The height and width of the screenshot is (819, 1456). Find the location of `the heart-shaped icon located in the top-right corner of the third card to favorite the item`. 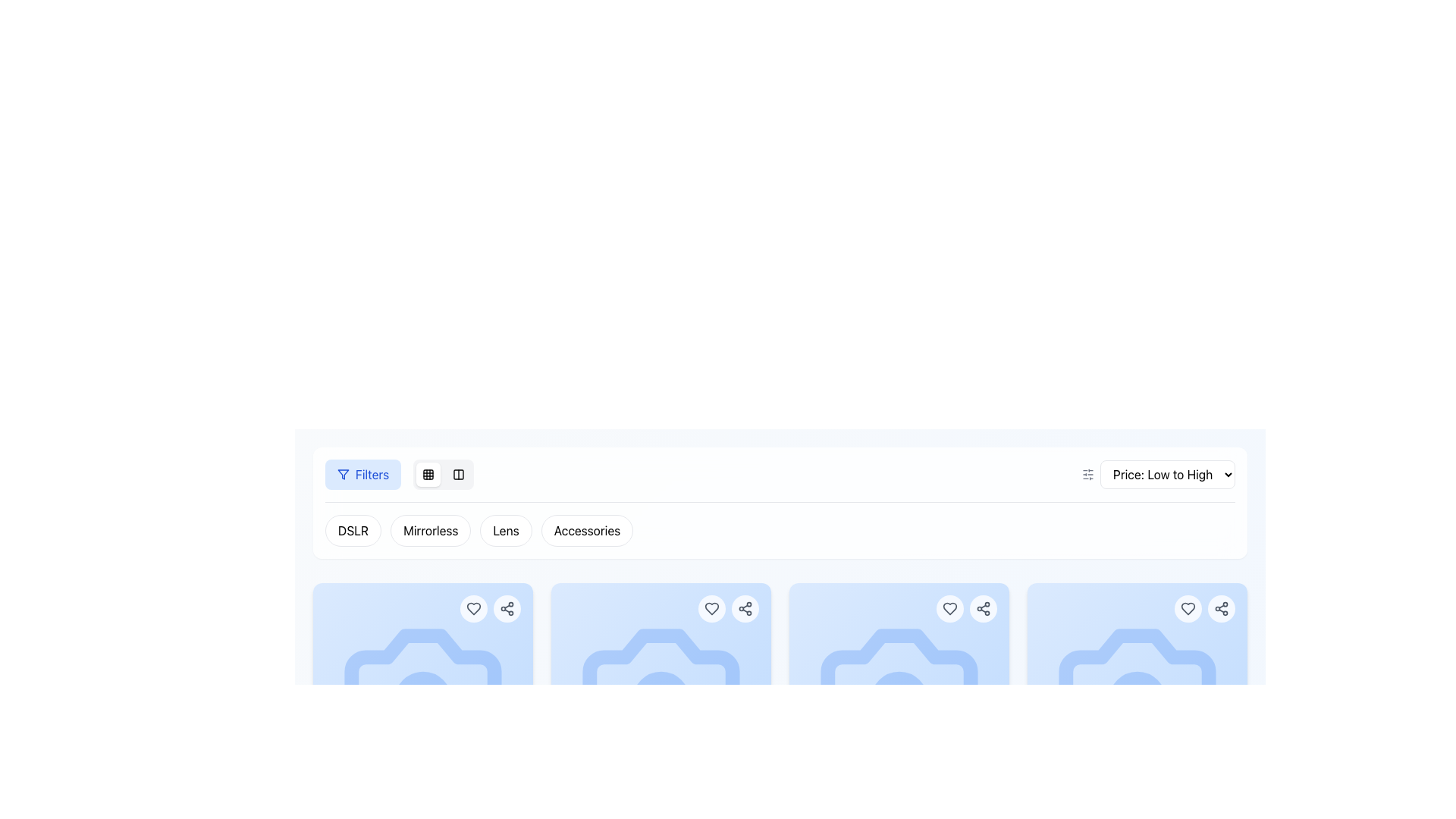

the heart-shaped icon located in the top-right corner of the third card to favorite the item is located at coordinates (949, 607).